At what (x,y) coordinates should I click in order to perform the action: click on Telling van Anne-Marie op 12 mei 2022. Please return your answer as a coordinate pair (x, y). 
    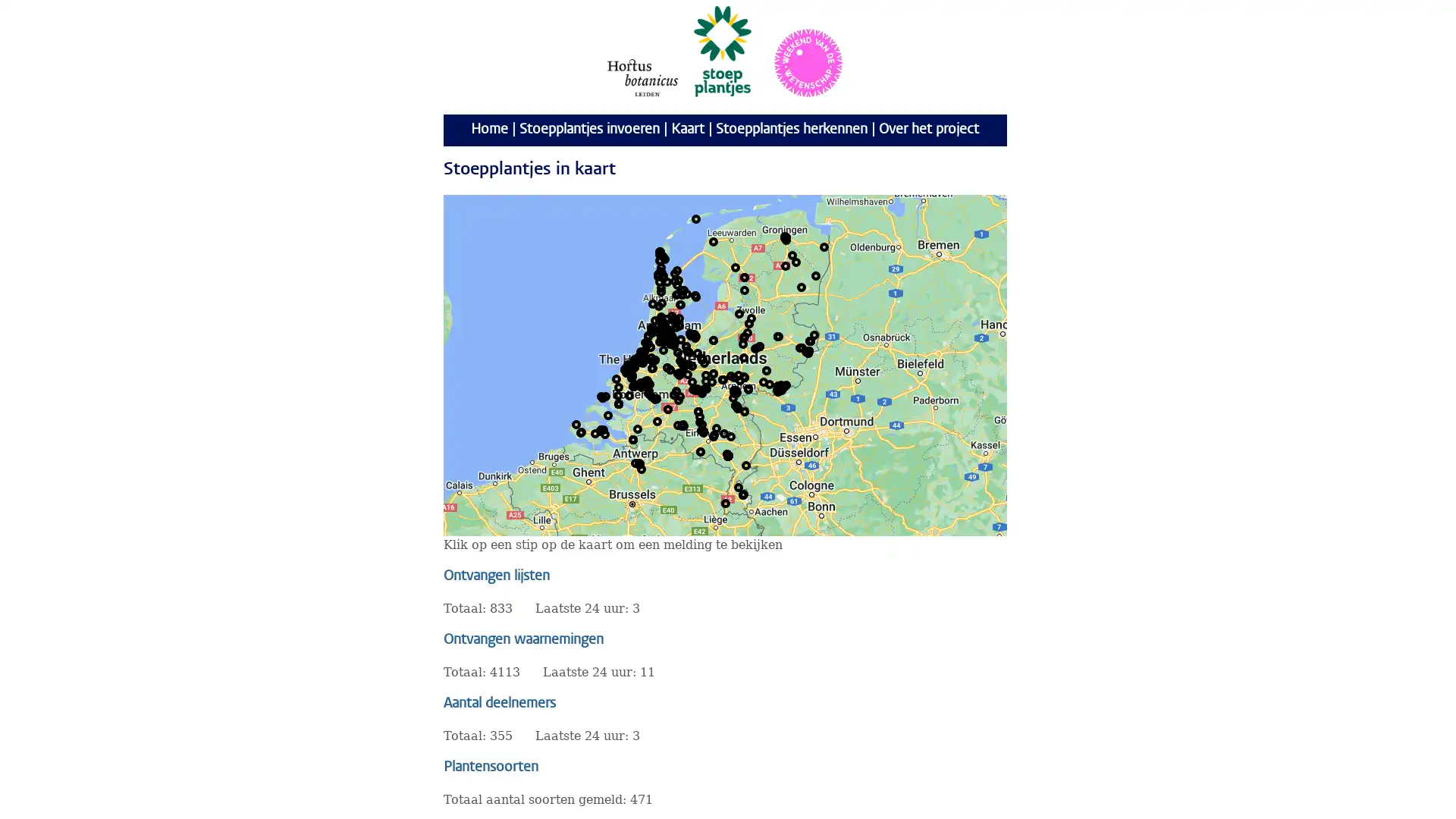
    Looking at the image, I should click on (682, 424).